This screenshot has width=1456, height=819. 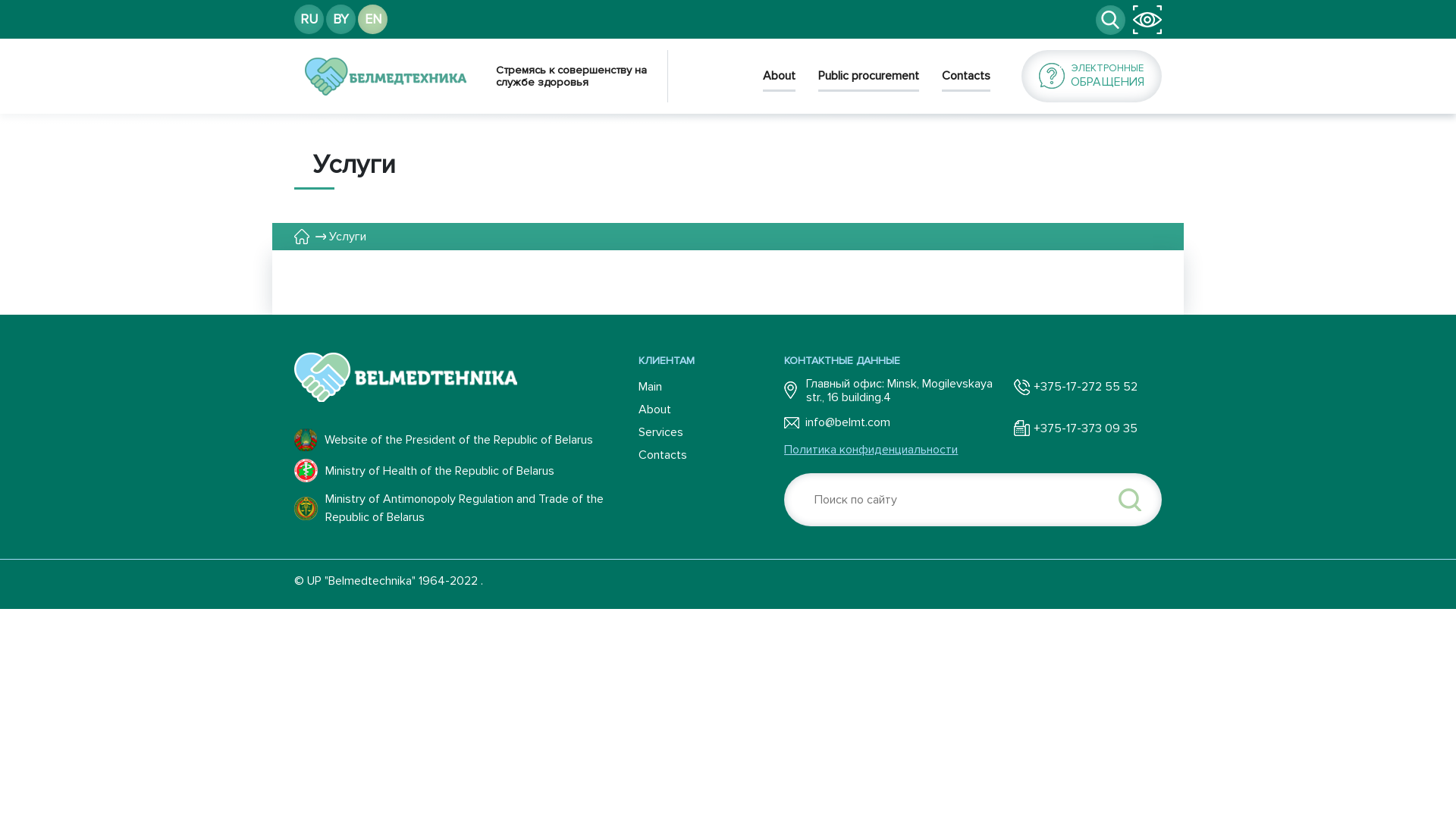 What do you see at coordinates (894, 422) in the screenshot?
I see `'info@belmt.com'` at bounding box center [894, 422].